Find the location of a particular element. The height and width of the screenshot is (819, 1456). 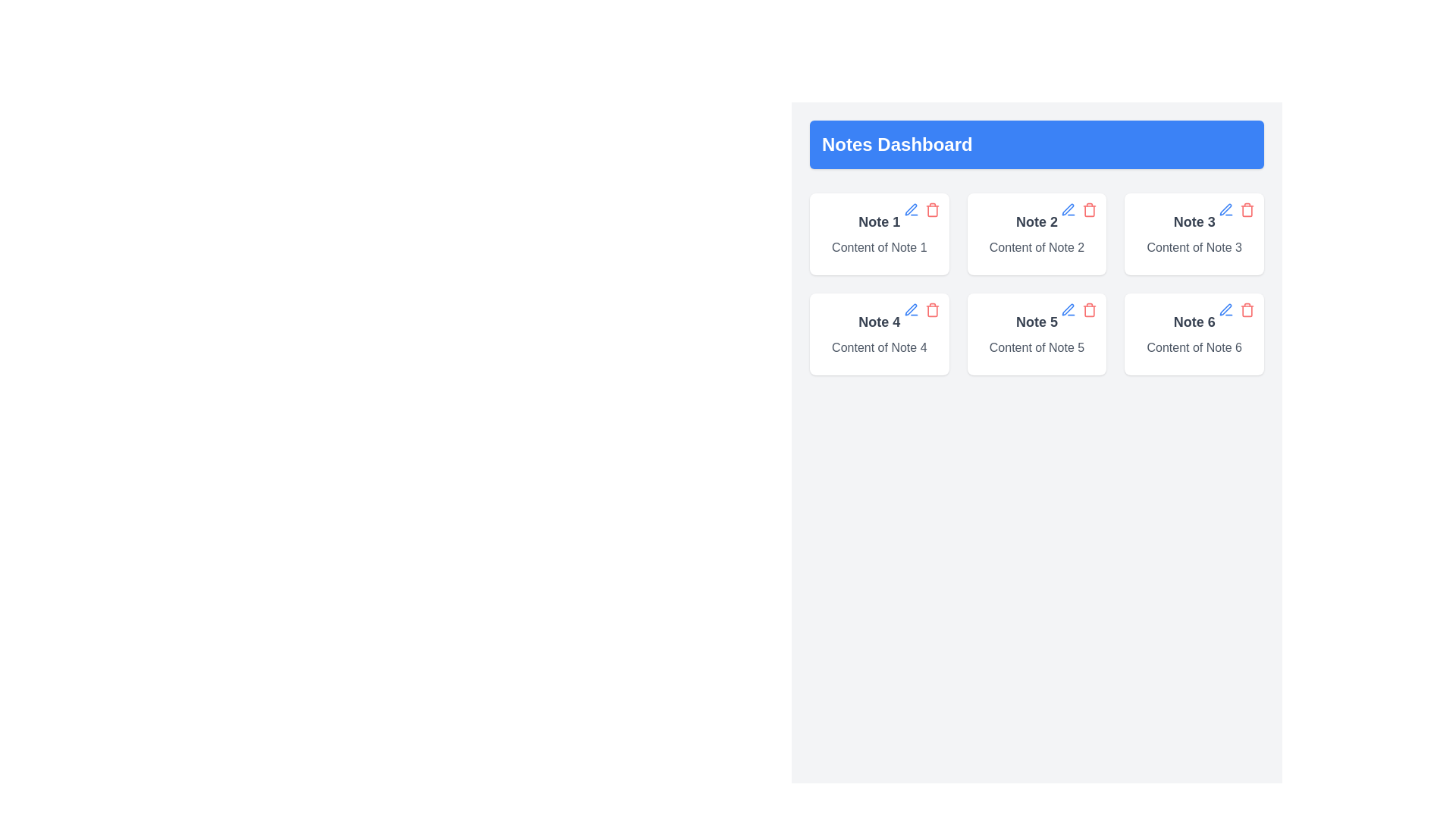

the static text label 'Notes Dashboard' which is styled in bold white text on a blue background bar at the top of the interface is located at coordinates (897, 145).